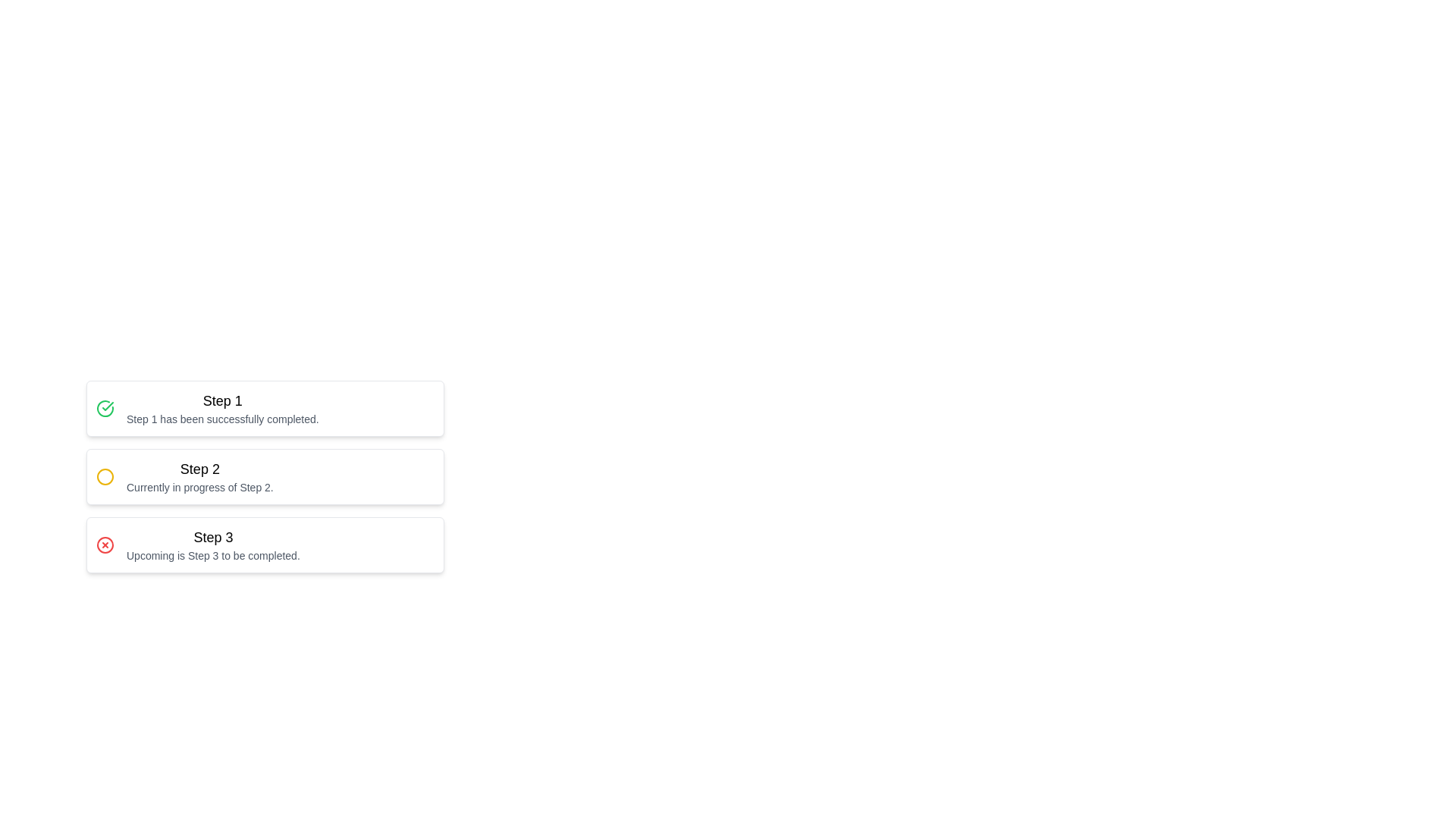 This screenshot has height=819, width=1456. Describe the element at coordinates (199, 475) in the screenshot. I see `the text display component indicating 'Step 2', which shows the status 'Currently in progress of Step 2.'` at that location.